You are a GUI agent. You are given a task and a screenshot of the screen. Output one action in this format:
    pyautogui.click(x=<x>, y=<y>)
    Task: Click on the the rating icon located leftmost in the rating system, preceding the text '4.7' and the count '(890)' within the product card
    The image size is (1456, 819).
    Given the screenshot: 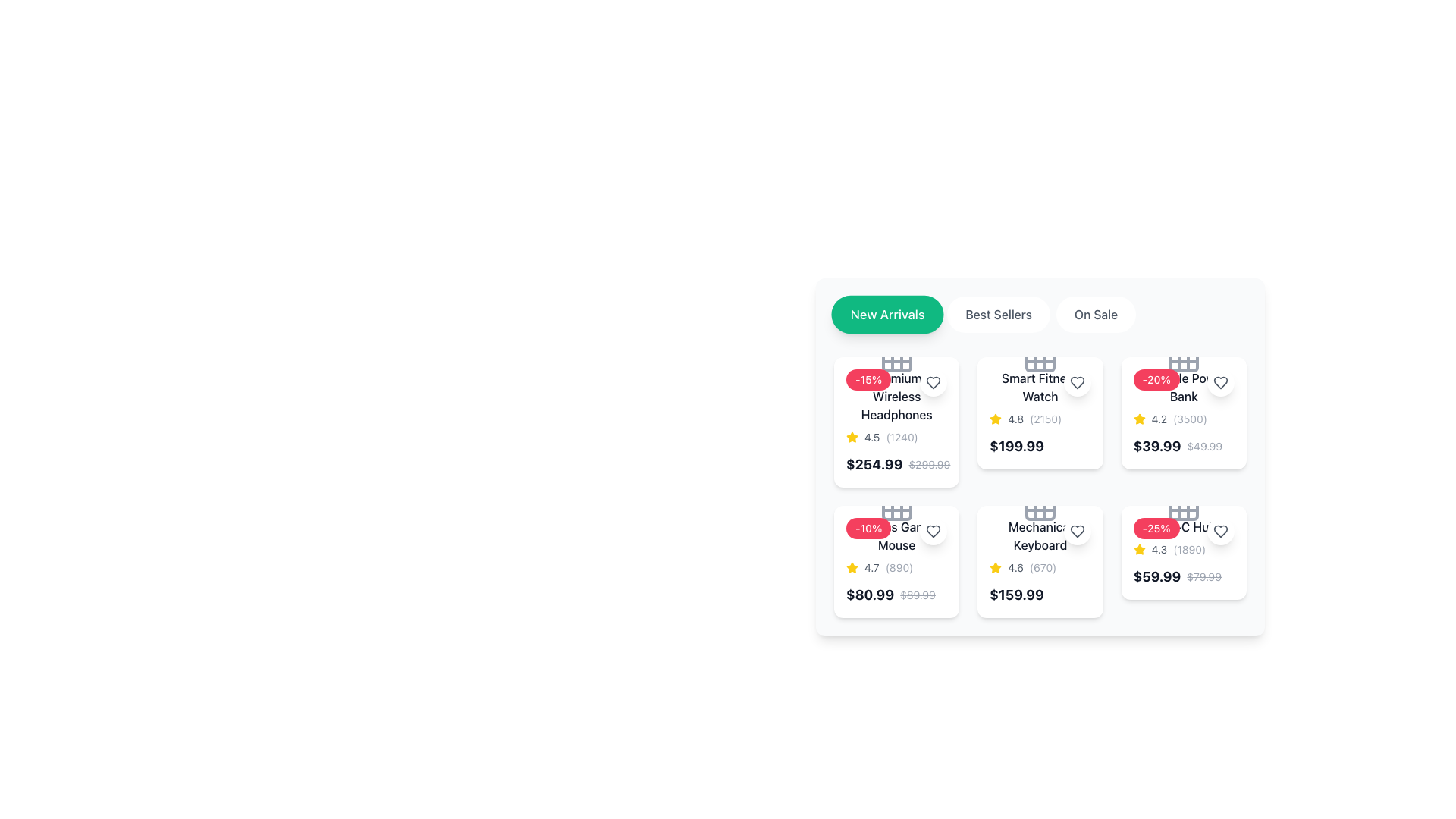 What is the action you would take?
    pyautogui.click(x=852, y=567)
    